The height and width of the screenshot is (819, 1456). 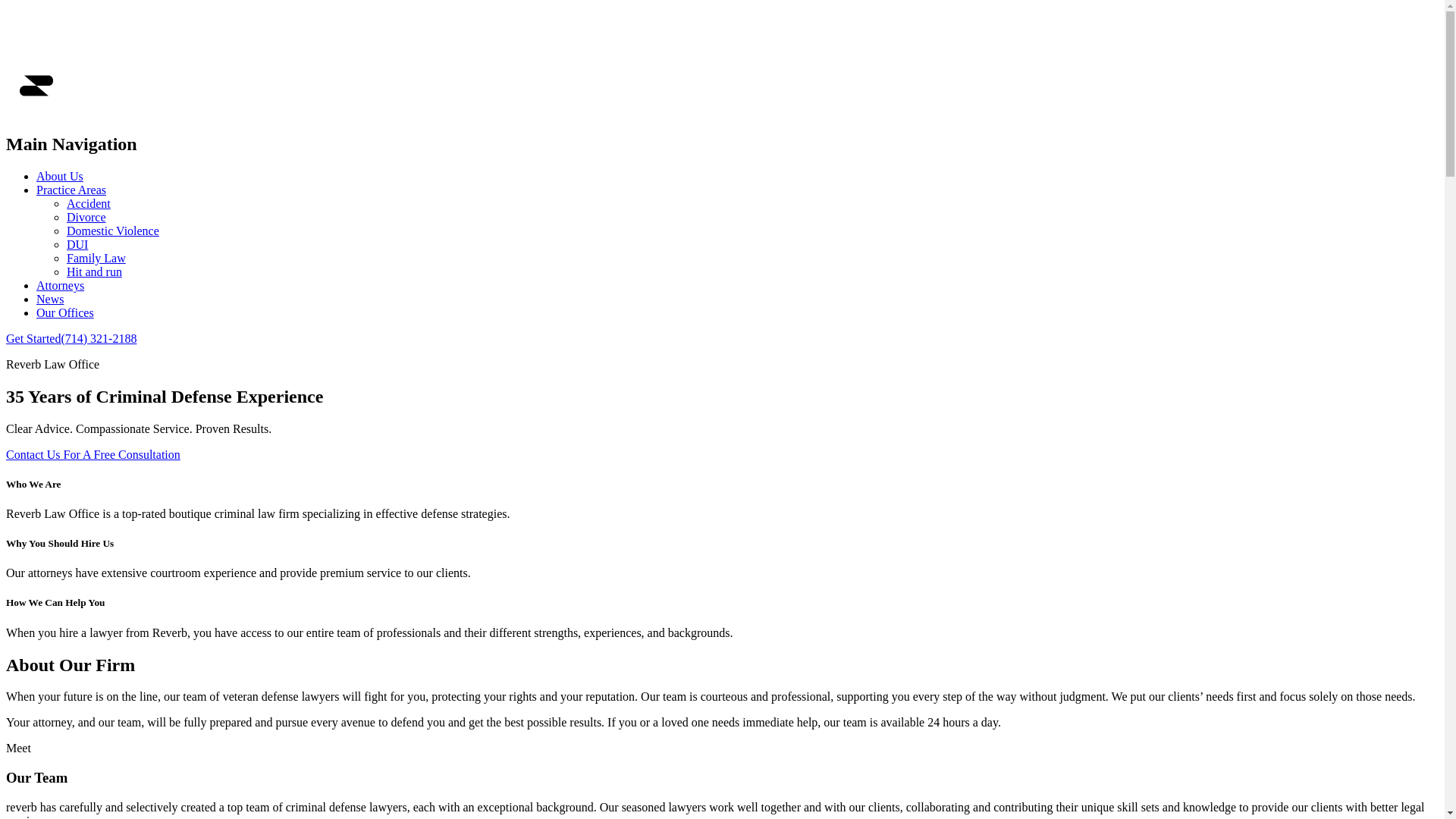 I want to click on 'News', so click(x=50, y=299).